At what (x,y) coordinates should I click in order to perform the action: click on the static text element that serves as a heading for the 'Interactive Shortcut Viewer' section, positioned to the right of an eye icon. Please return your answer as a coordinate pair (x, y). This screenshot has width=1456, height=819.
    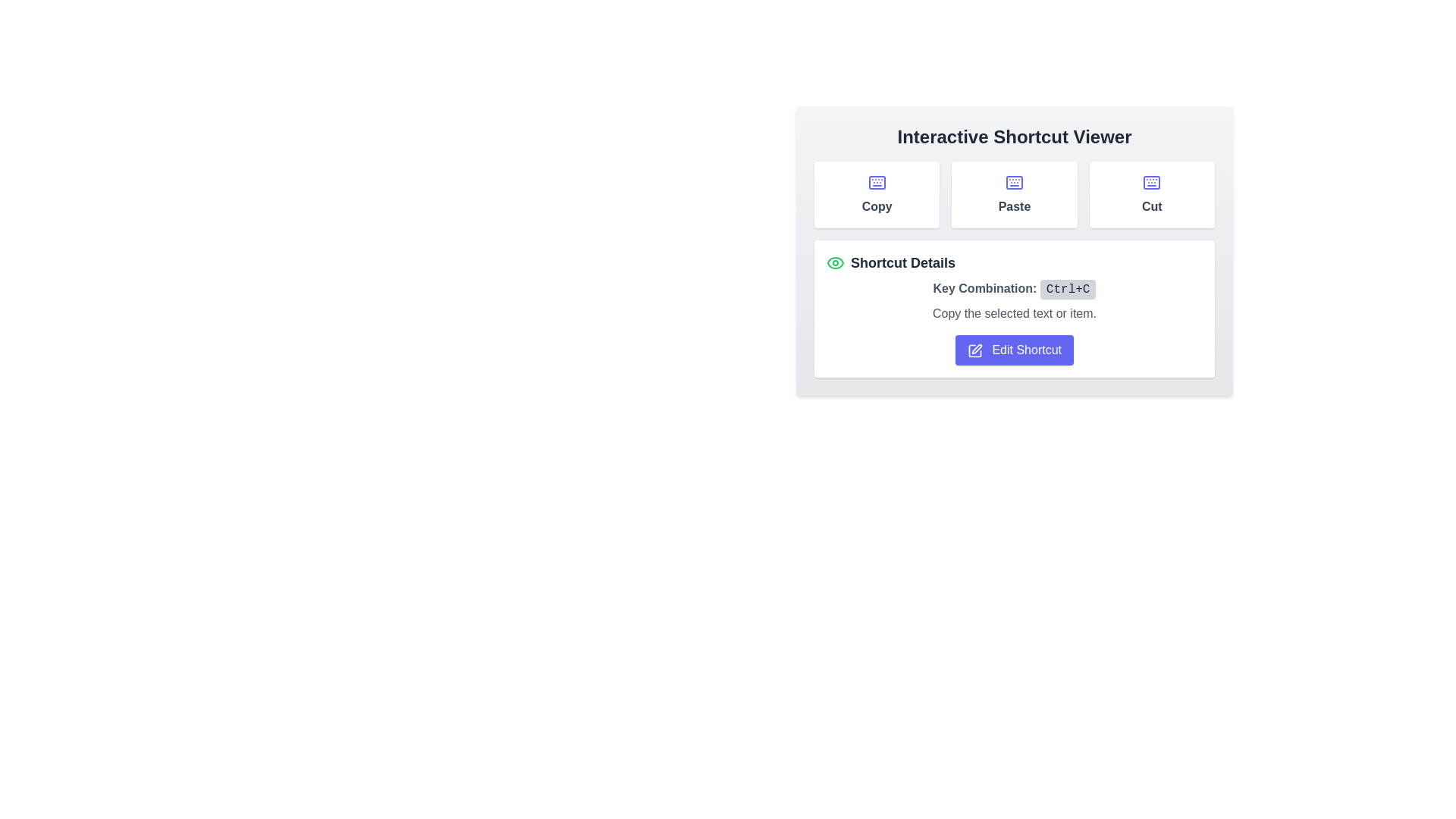
    Looking at the image, I should click on (902, 262).